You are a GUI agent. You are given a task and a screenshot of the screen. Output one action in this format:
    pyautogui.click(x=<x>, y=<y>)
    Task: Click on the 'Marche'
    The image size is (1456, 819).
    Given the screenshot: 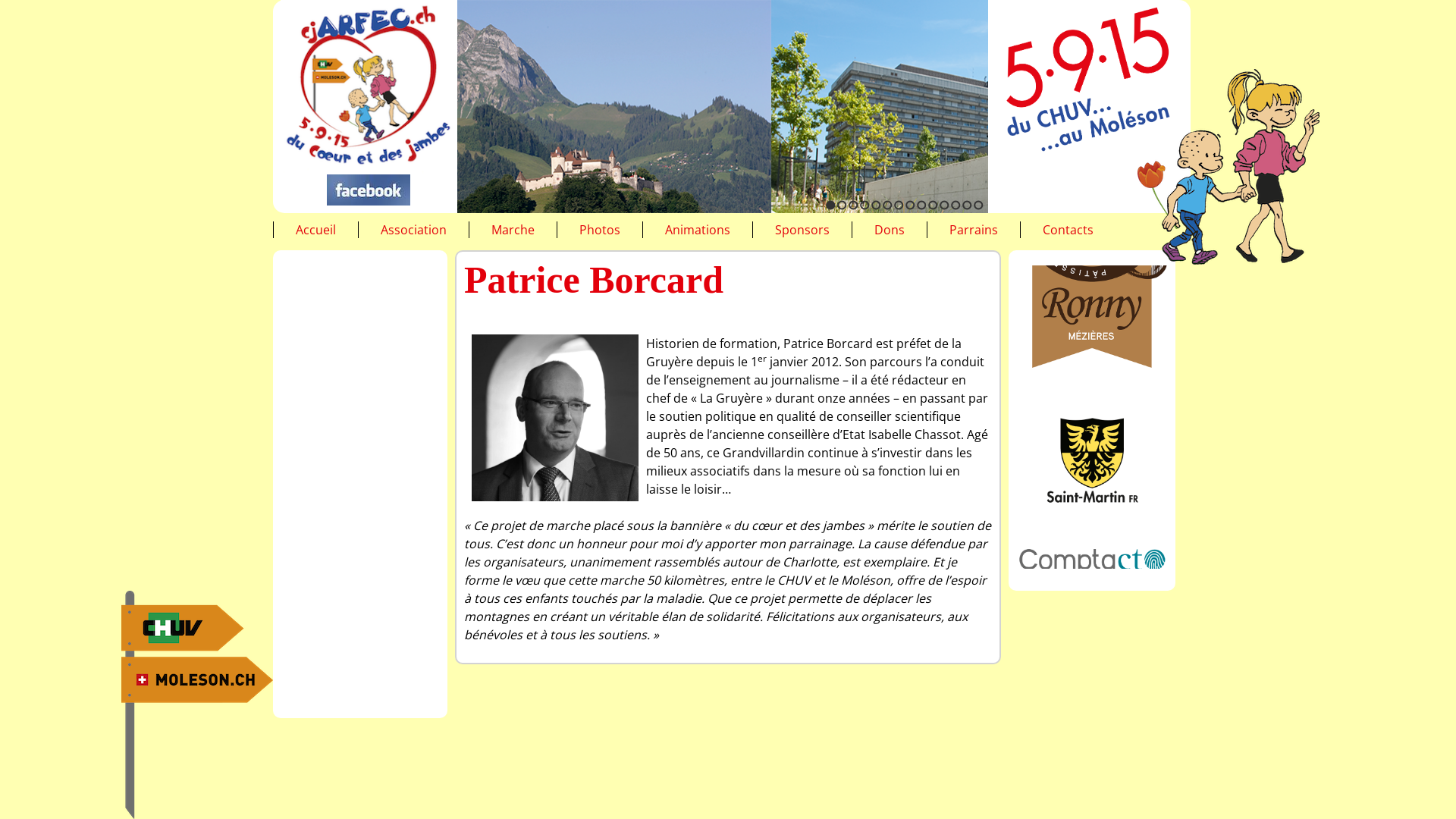 What is the action you would take?
    pyautogui.click(x=513, y=230)
    